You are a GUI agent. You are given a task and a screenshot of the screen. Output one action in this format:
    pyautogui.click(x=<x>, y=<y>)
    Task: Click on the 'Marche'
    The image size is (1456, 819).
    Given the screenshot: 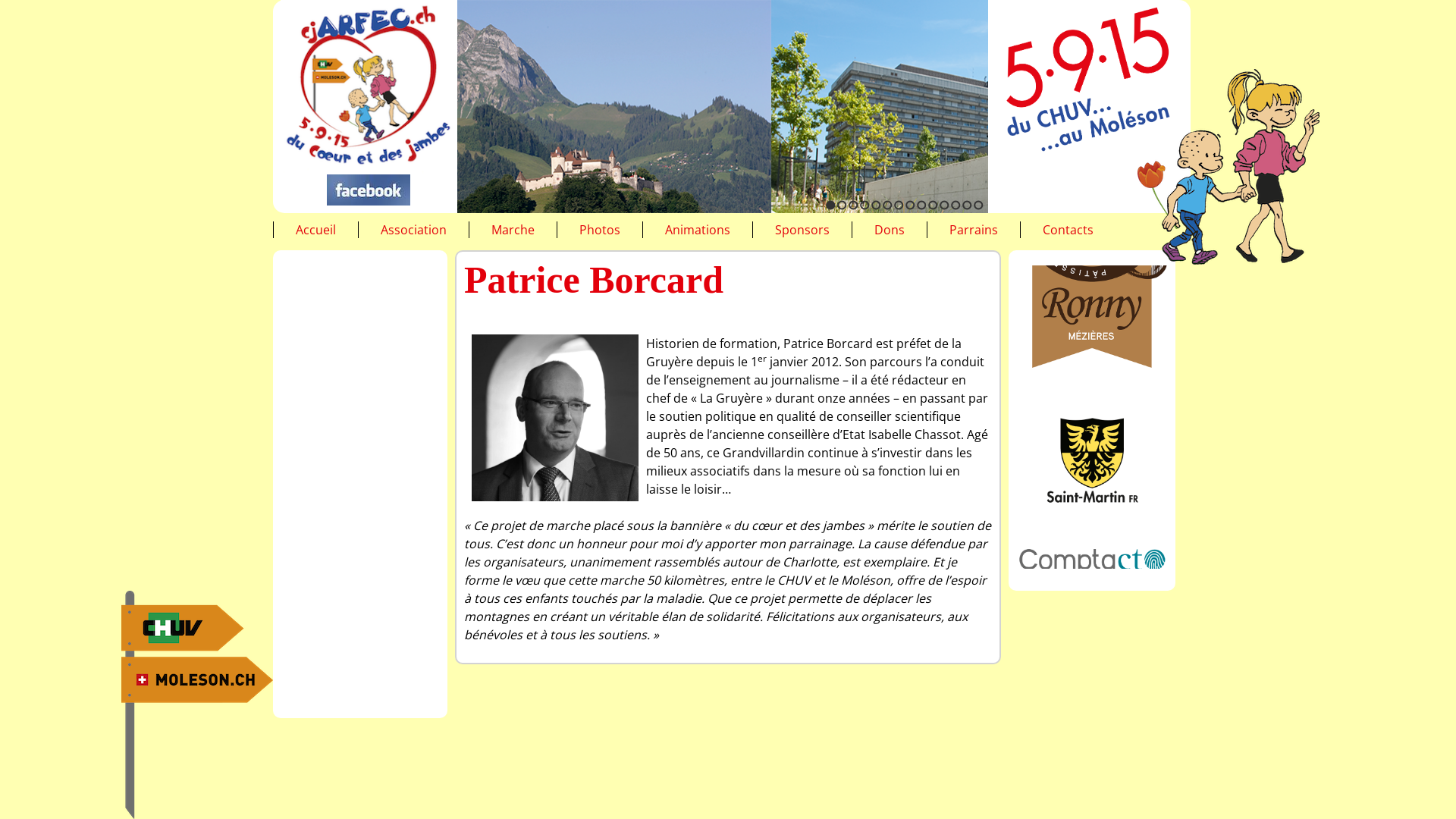 What is the action you would take?
    pyautogui.click(x=513, y=230)
    